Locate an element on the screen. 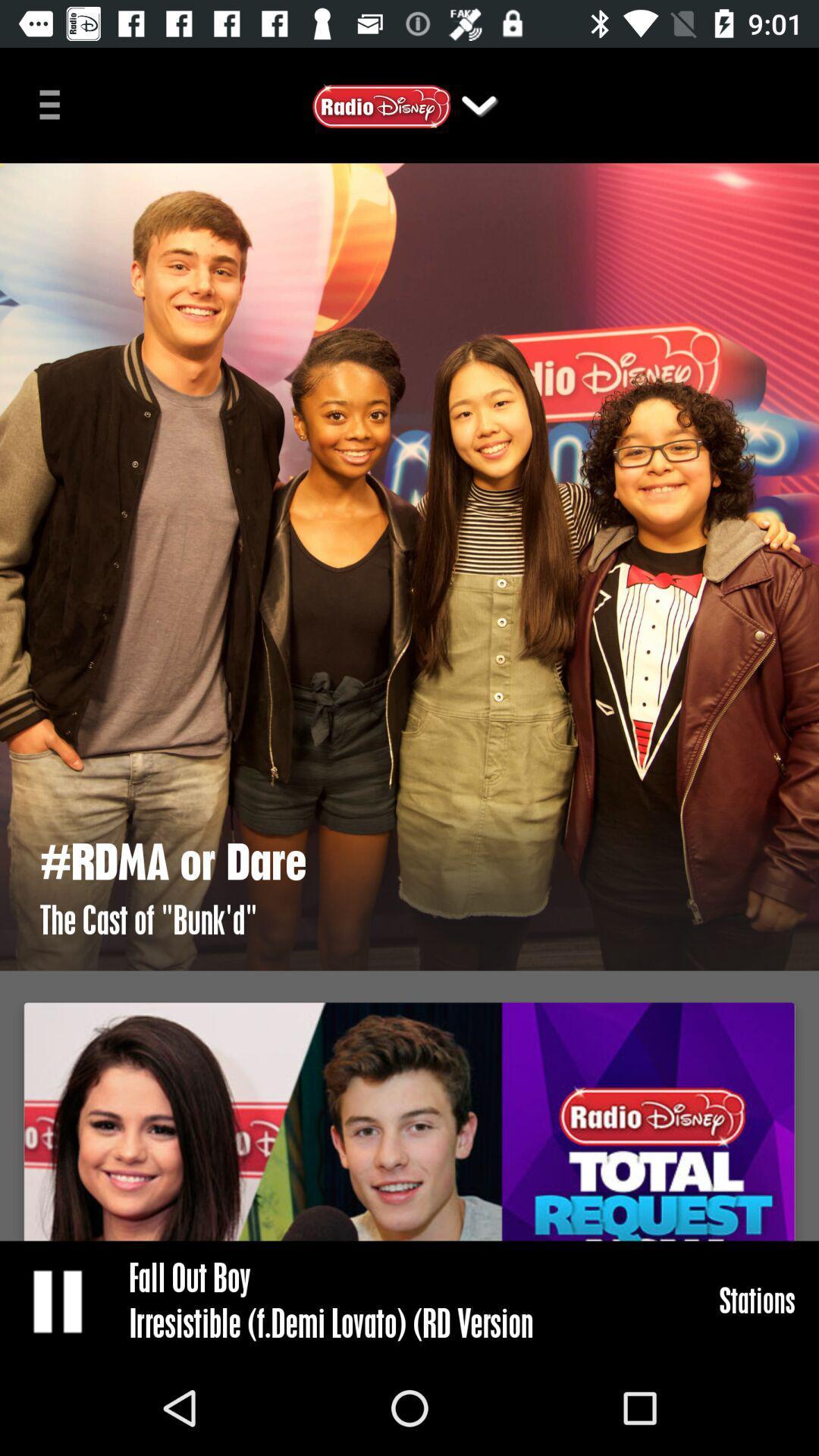 The width and height of the screenshot is (819, 1456). stop playing is located at coordinates (58, 1300).